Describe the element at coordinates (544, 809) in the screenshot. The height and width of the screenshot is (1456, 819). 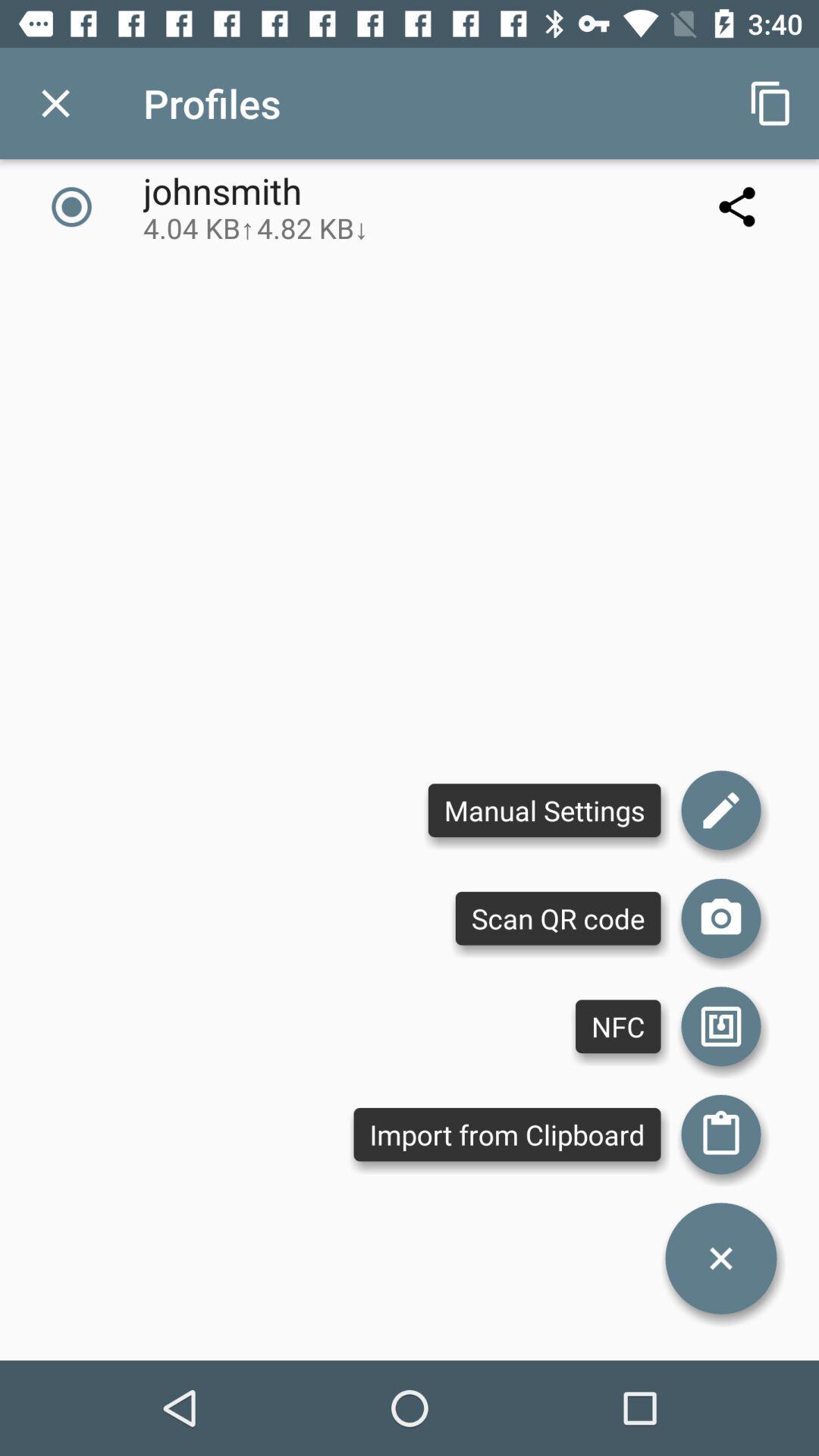
I see `manual settings` at that location.